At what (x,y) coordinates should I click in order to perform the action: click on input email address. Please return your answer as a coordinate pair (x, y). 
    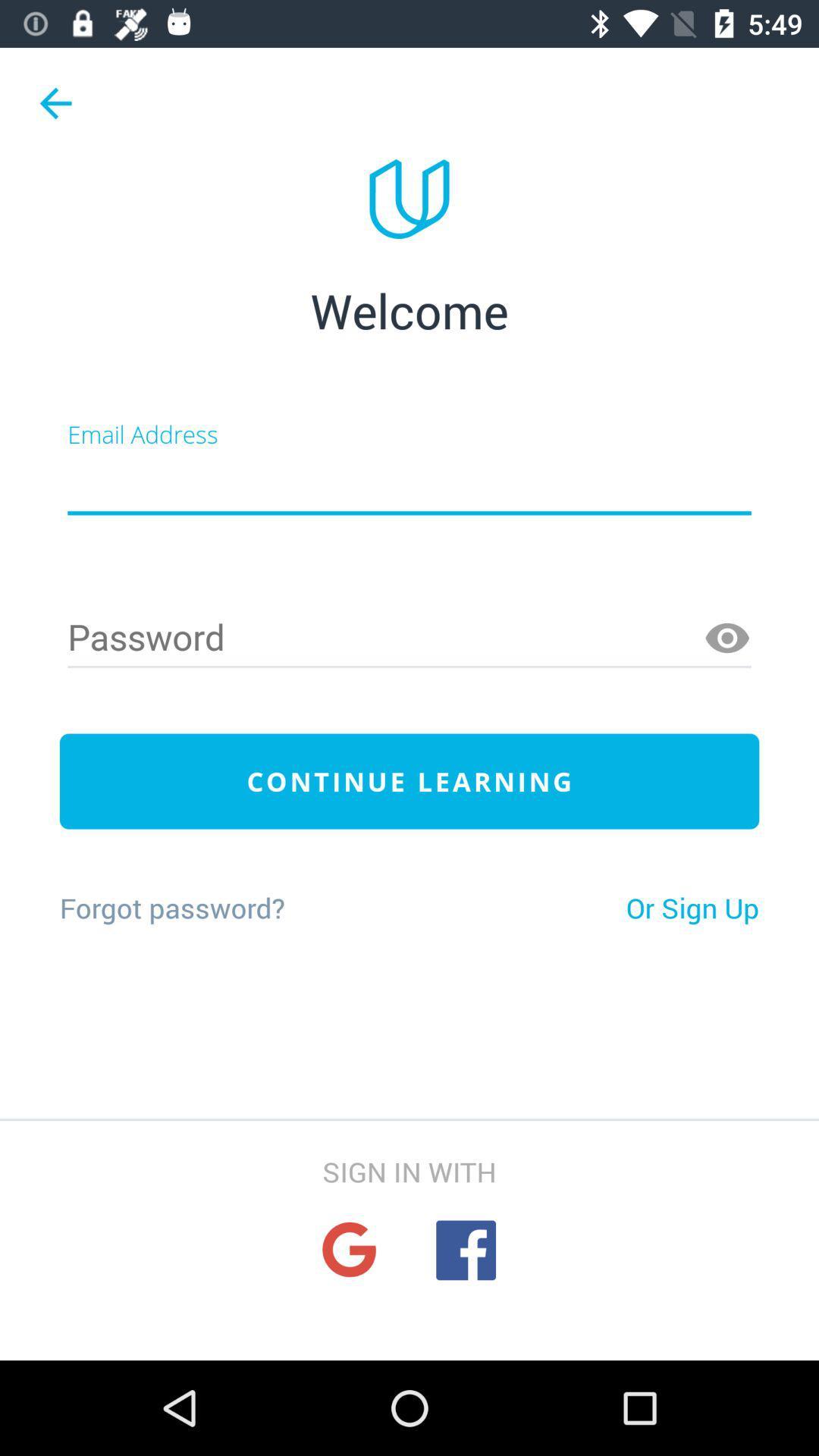
    Looking at the image, I should click on (409, 483).